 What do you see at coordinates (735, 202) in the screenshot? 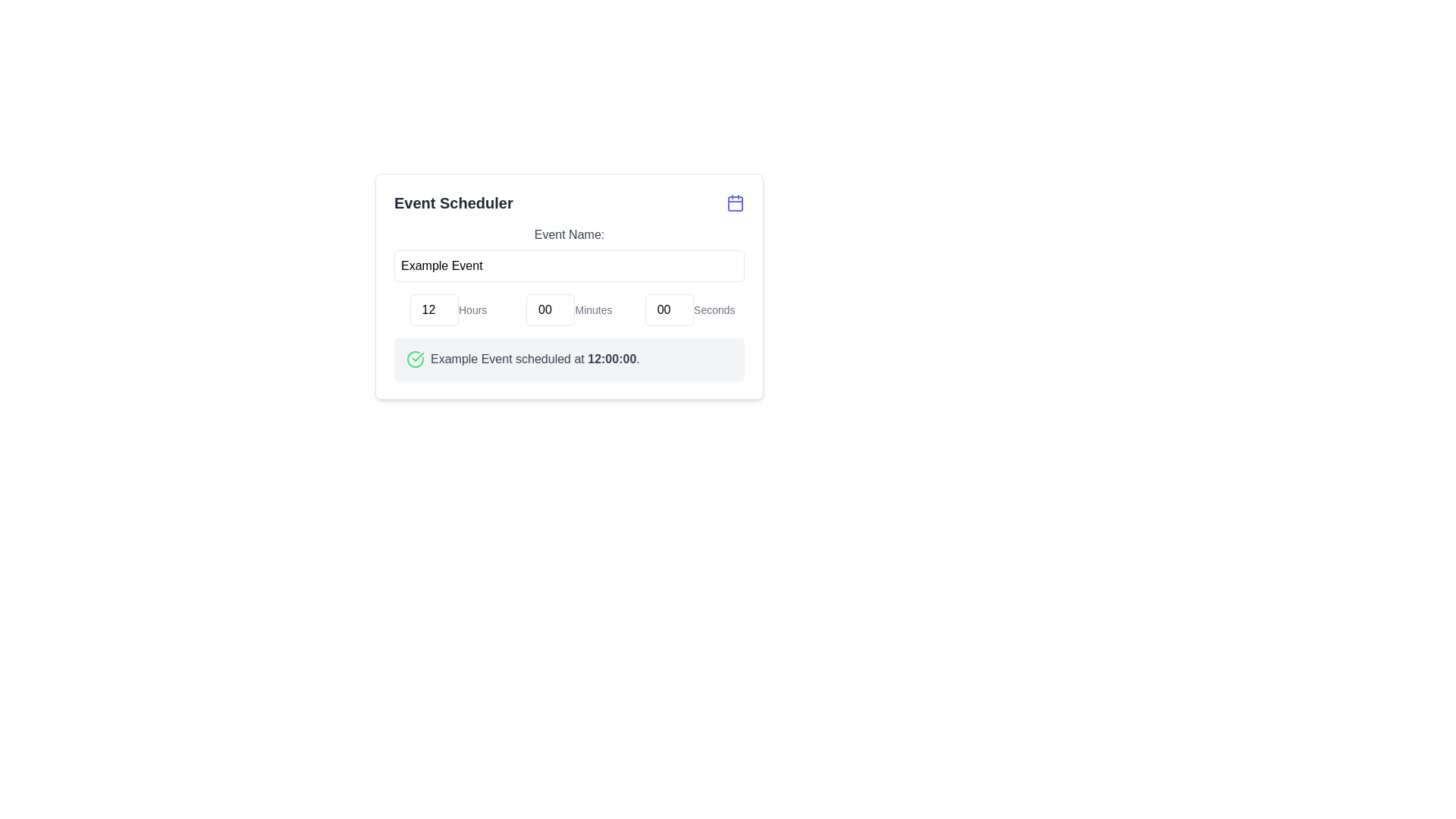
I see `the indigo outline calendar icon located in the top-right corner of the 'Event Scheduler' section` at bounding box center [735, 202].